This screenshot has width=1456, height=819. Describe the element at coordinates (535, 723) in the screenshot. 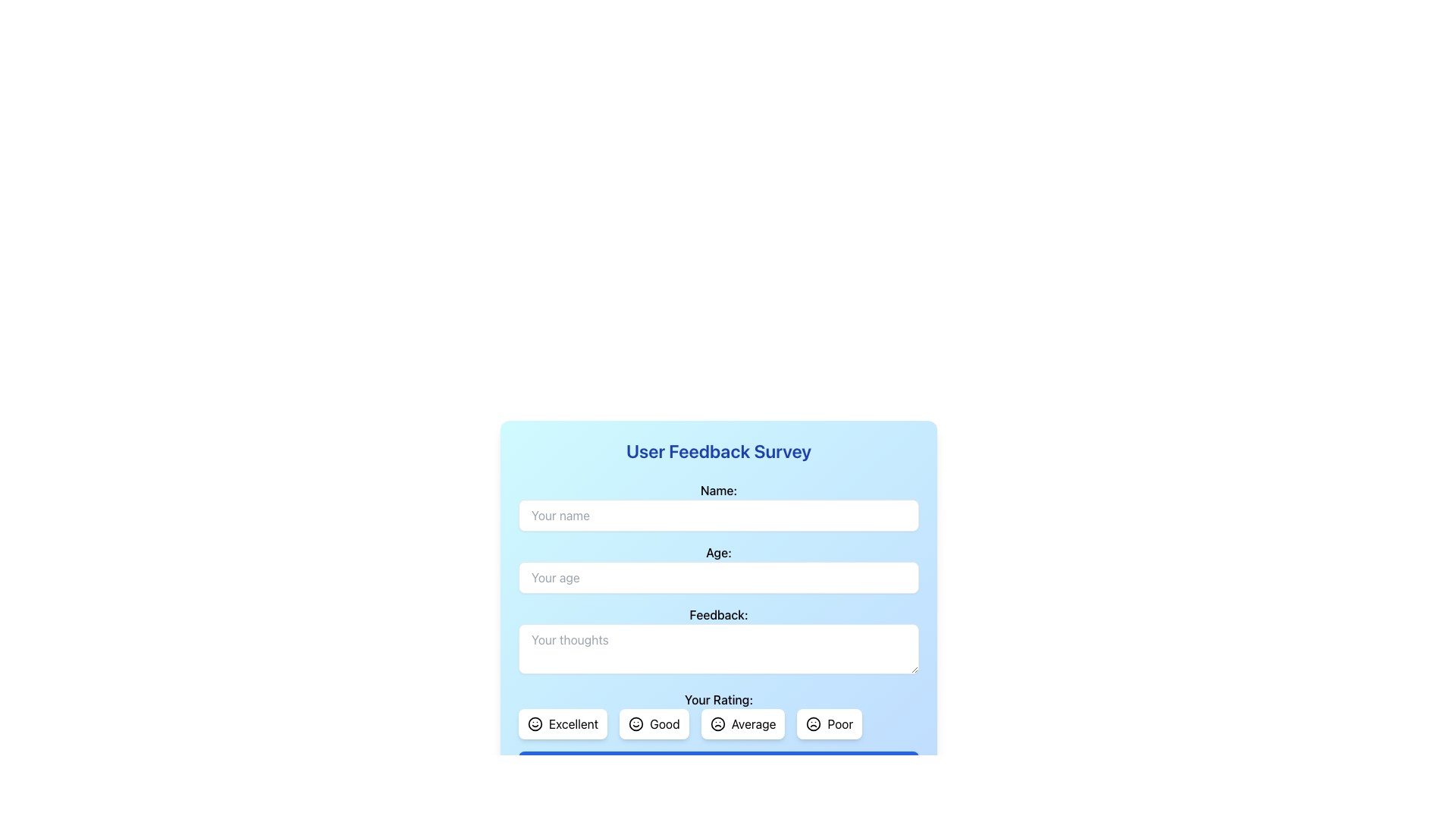

I see `the minimalist SVG smiley emoji icon located inside the 'Excellent' button` at that location.